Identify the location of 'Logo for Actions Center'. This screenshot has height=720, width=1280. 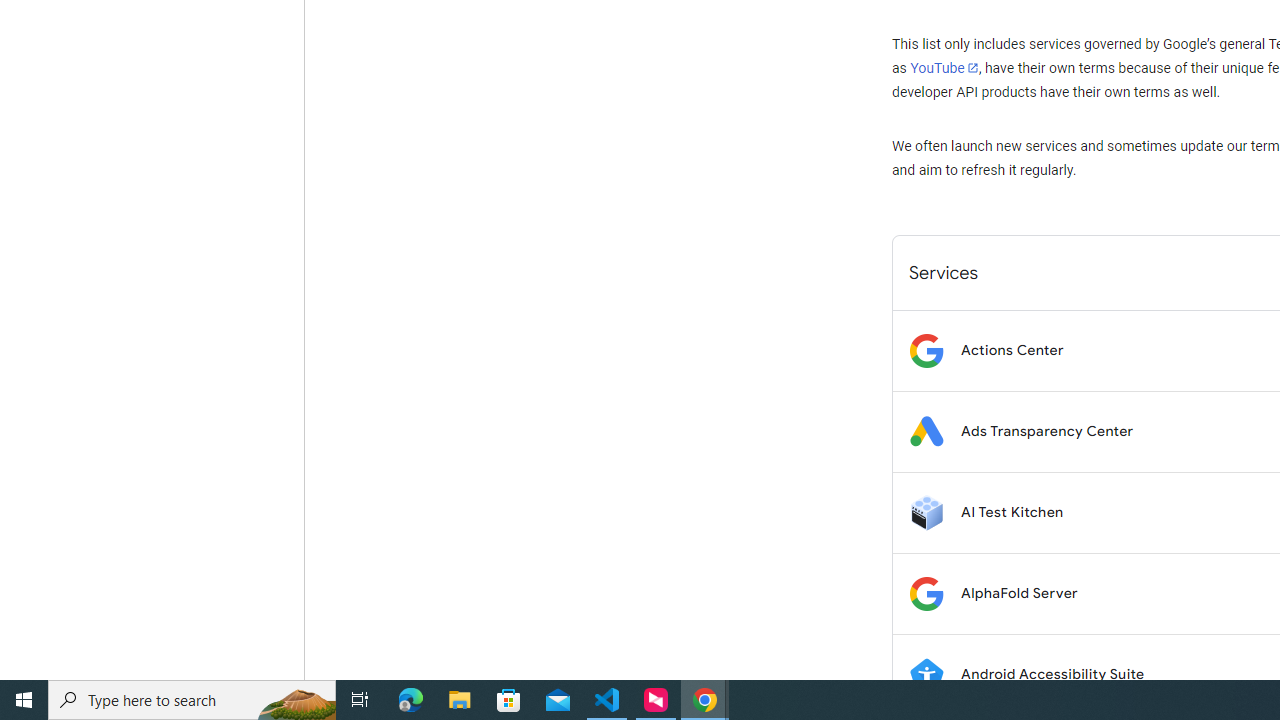
(925, 349).